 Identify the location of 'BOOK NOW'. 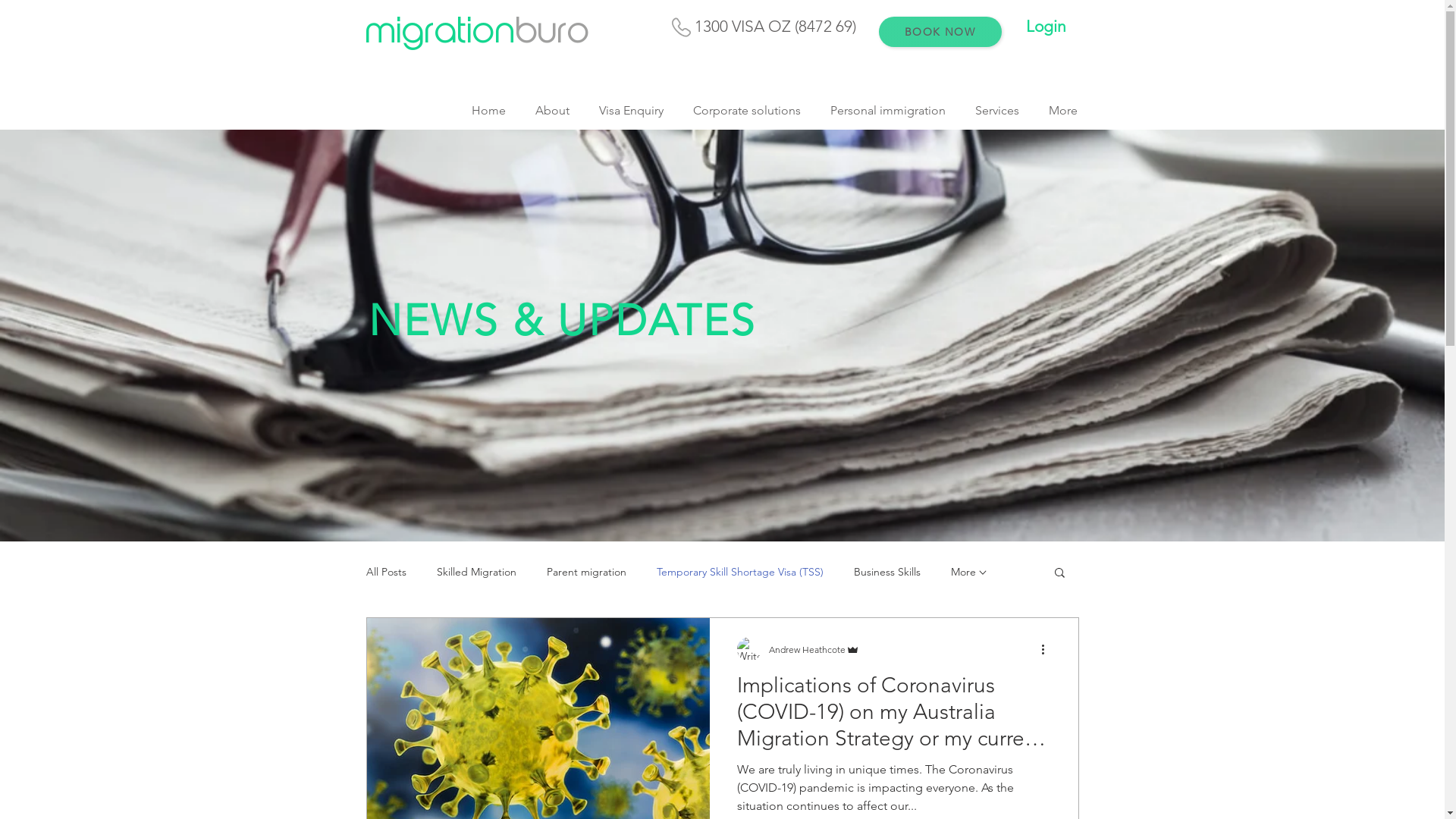
(938, 32).